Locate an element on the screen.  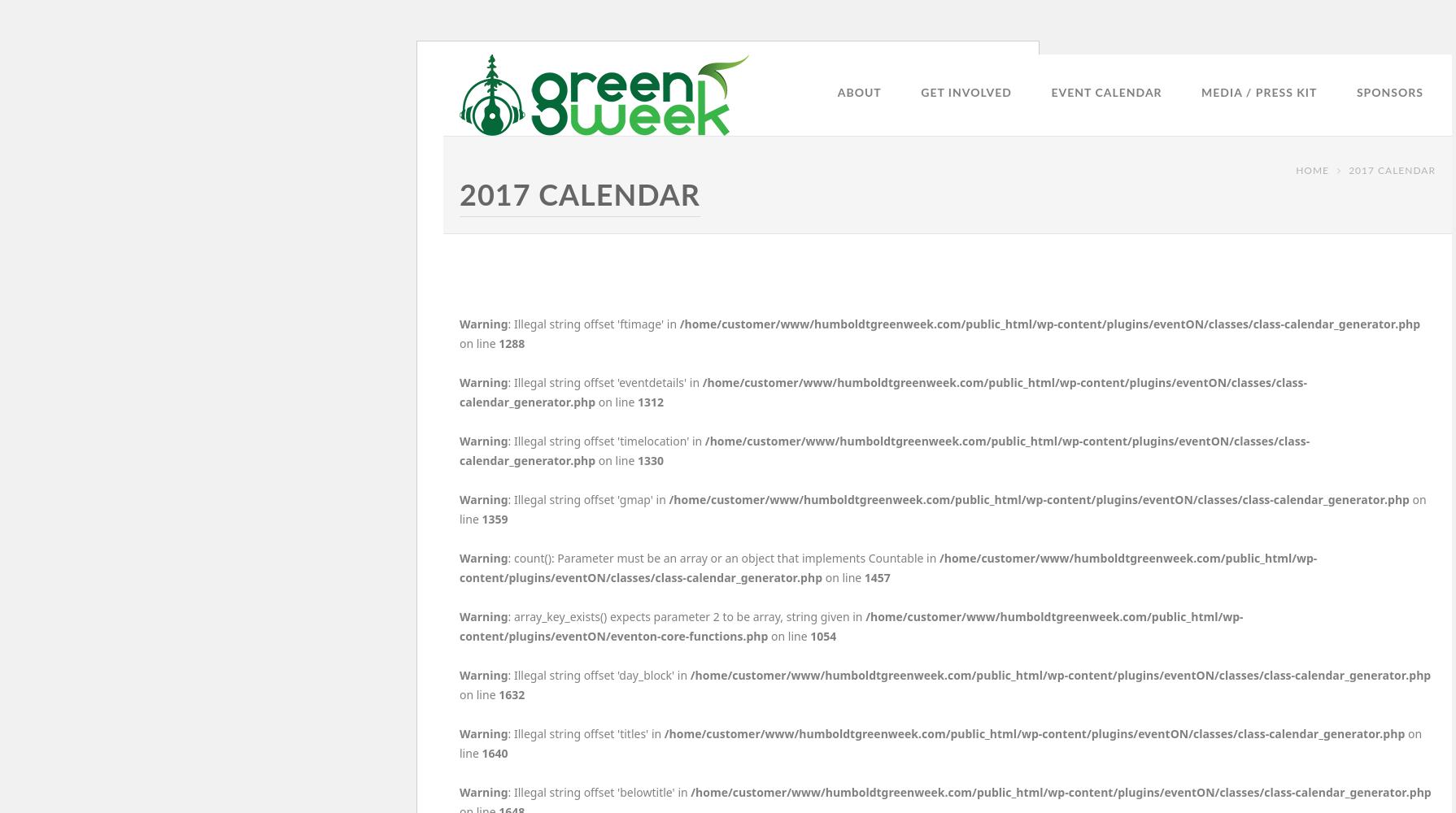
'1457' is located at coordinates (876, 576).